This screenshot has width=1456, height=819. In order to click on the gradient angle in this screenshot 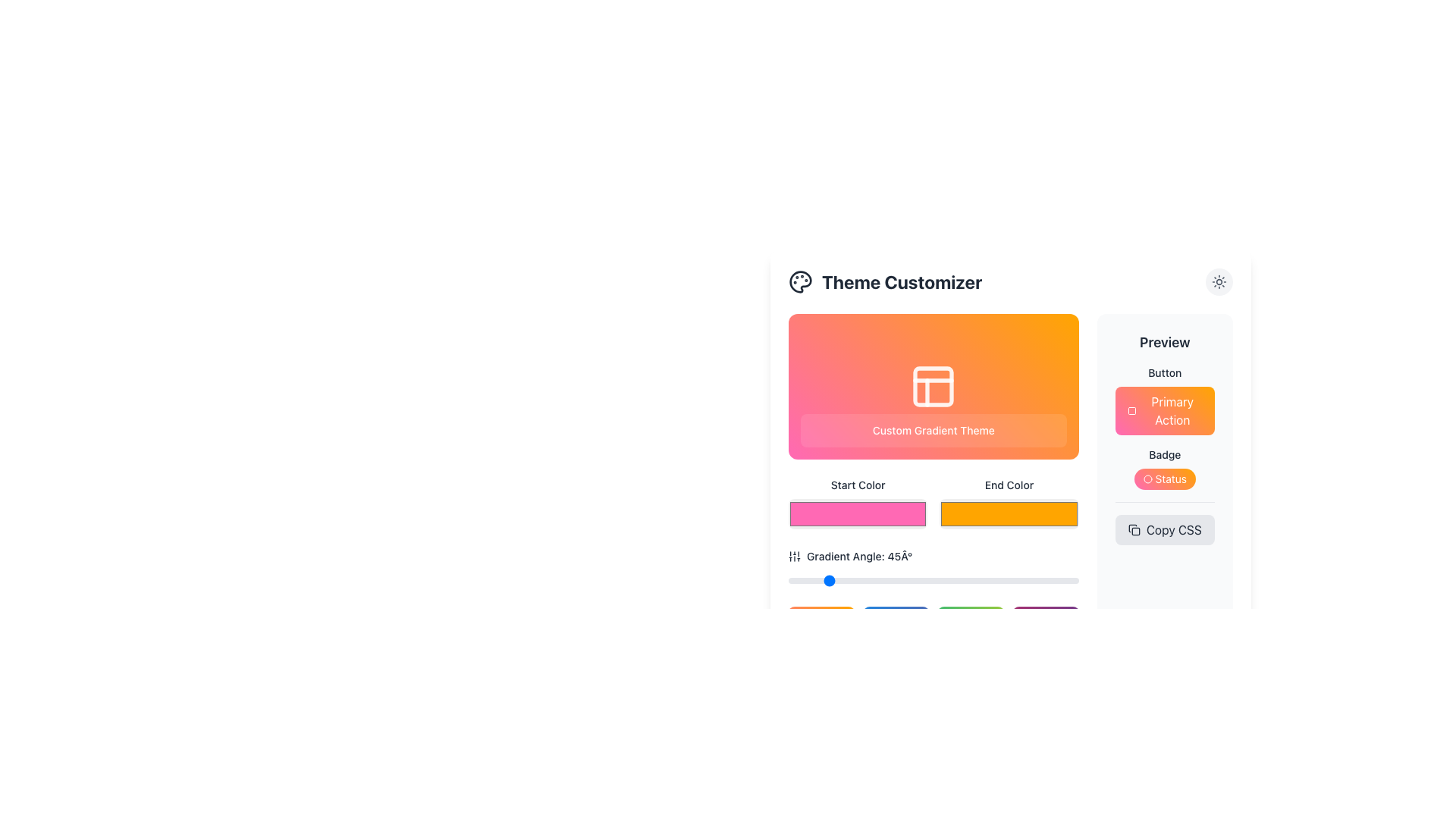, I will do `click(1069, 580)`.